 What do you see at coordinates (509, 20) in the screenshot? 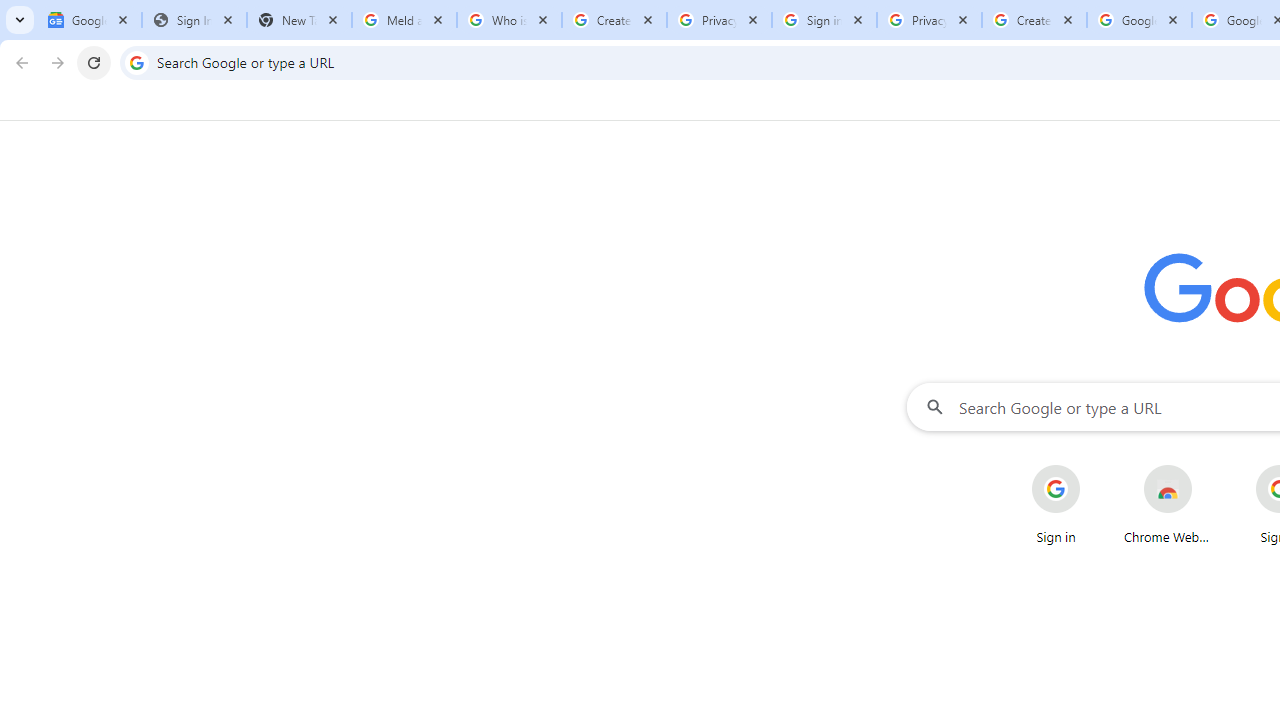
I see `'Who is my administrator? - Google Account Help'` at bounding box center [509, 20].